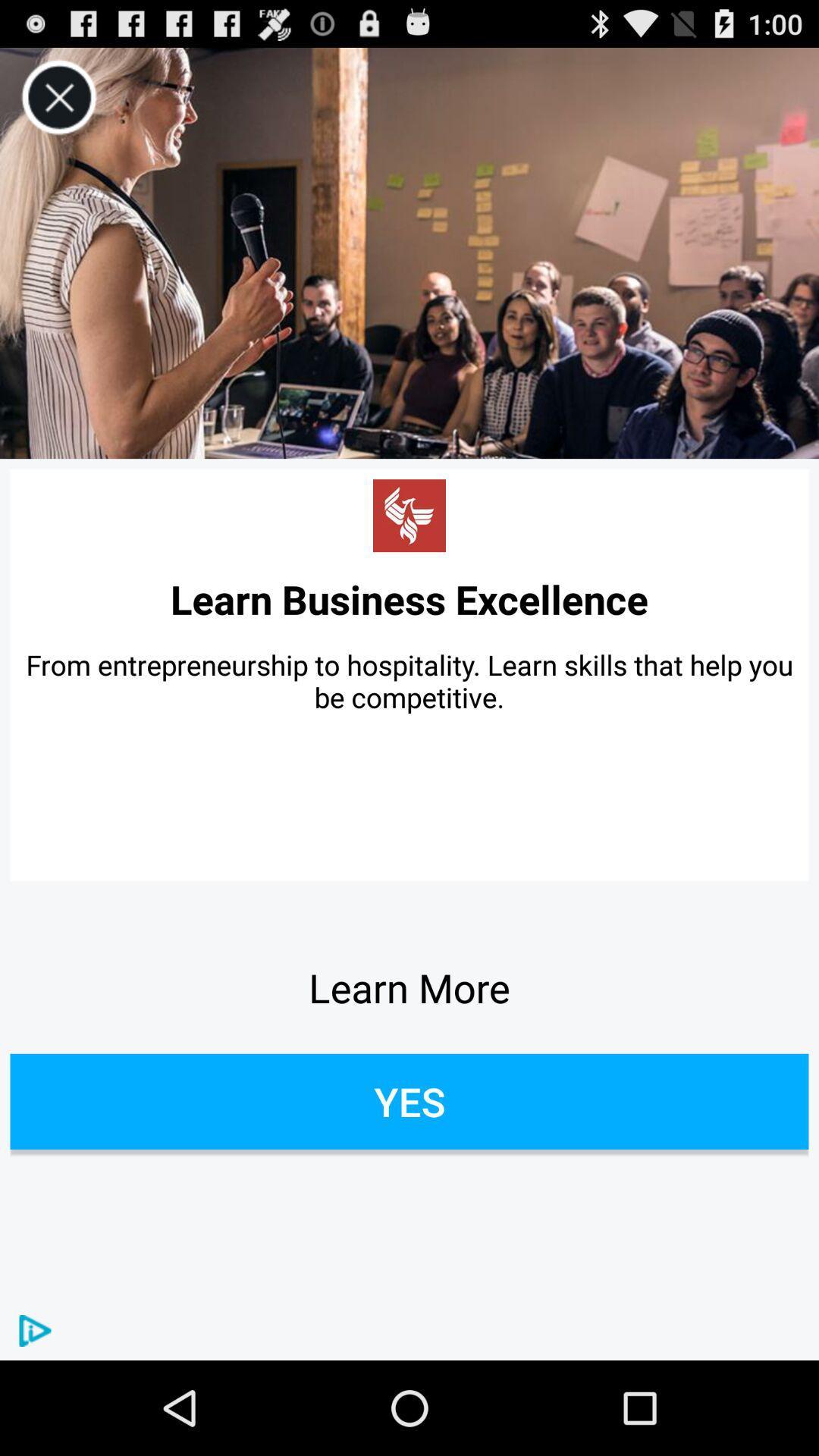  I want to click on icon above the learn business excellence, so click(58, 97).